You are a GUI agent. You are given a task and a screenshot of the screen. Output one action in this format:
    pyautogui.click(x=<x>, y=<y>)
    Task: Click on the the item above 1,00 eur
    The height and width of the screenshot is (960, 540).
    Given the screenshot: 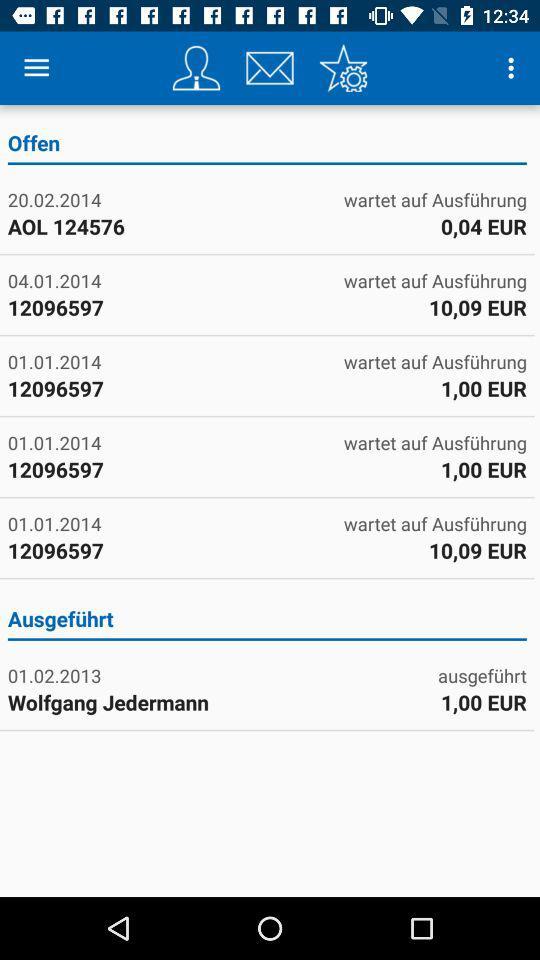 What is the action you would take?
    pyautogui.click(x=481, y=675)
    